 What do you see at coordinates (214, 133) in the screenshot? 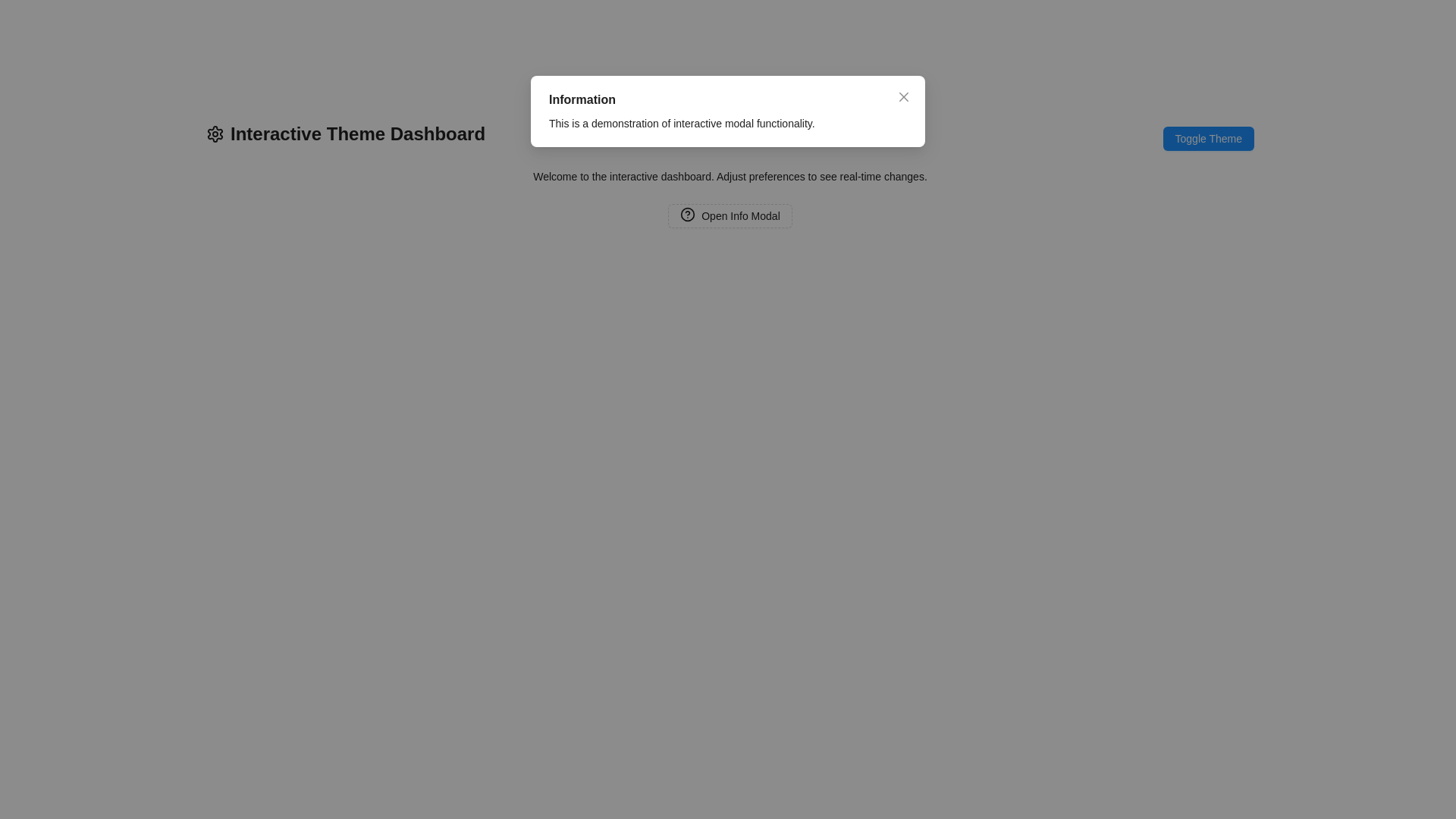
I see `the settings icon, which is a gear-shaped vector graphic located on the left portion of the interface, slightly above the midline, represented as part of the SVG component` at bounding box center [214, 133].